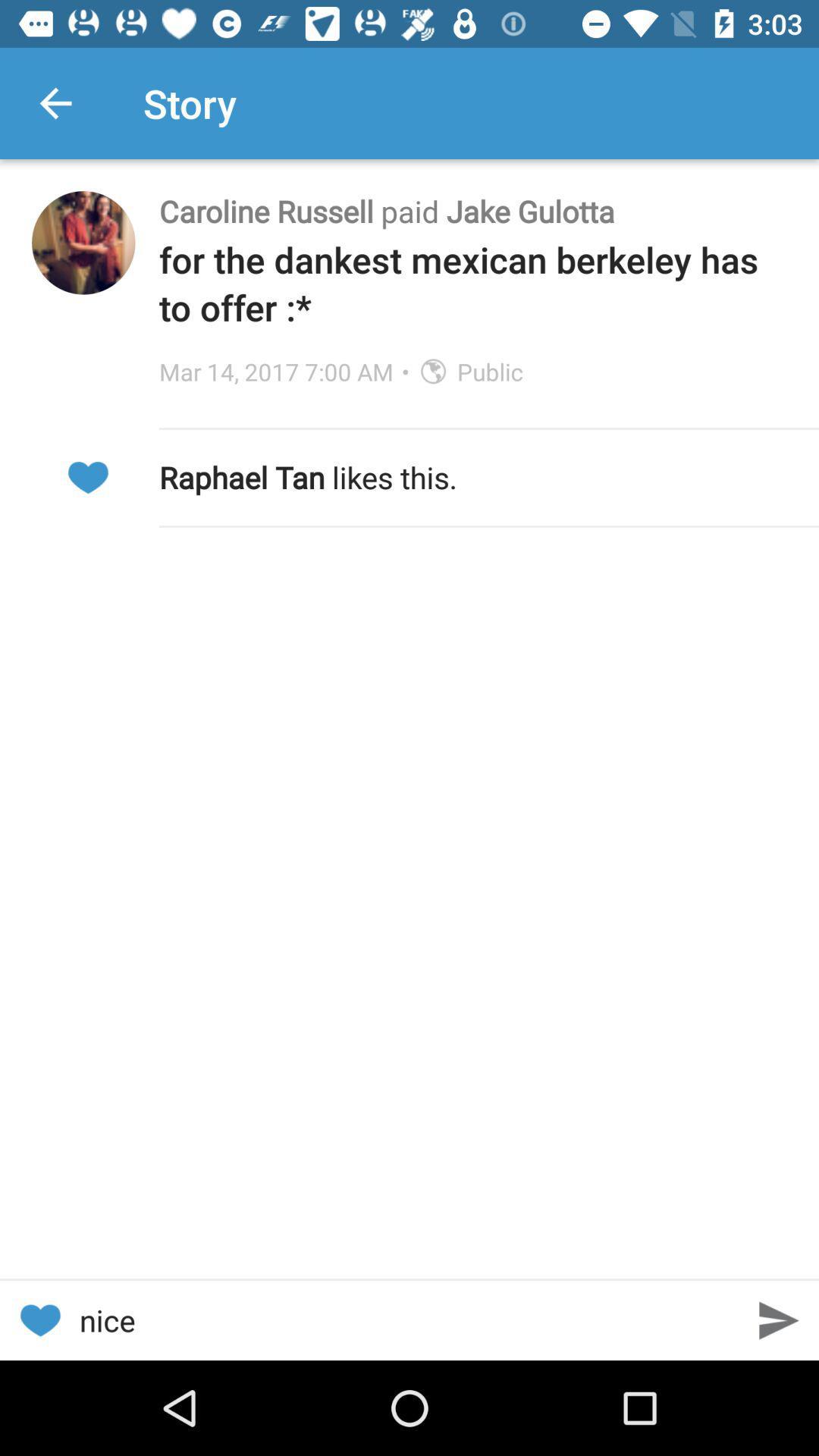  Describe the element at coordinates (472, 476) in the screenshot. I see `raphael tan likes item` at that location.